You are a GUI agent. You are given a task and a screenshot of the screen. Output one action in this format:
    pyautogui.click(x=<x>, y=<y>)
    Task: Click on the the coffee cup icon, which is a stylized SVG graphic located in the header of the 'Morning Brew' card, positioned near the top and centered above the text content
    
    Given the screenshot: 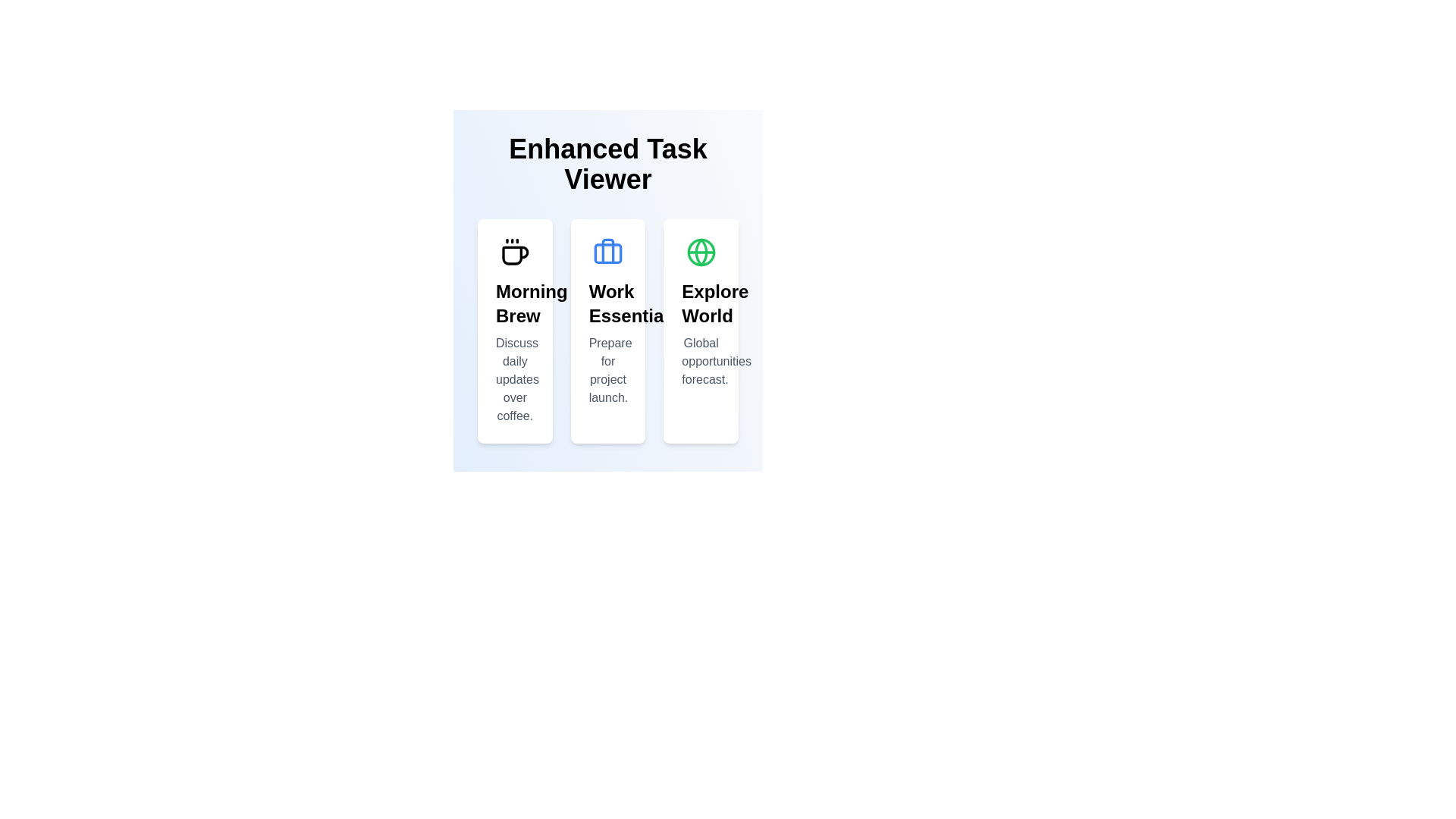 What is the action you would take?
    pyautogui.click(x=515, y=251)
    